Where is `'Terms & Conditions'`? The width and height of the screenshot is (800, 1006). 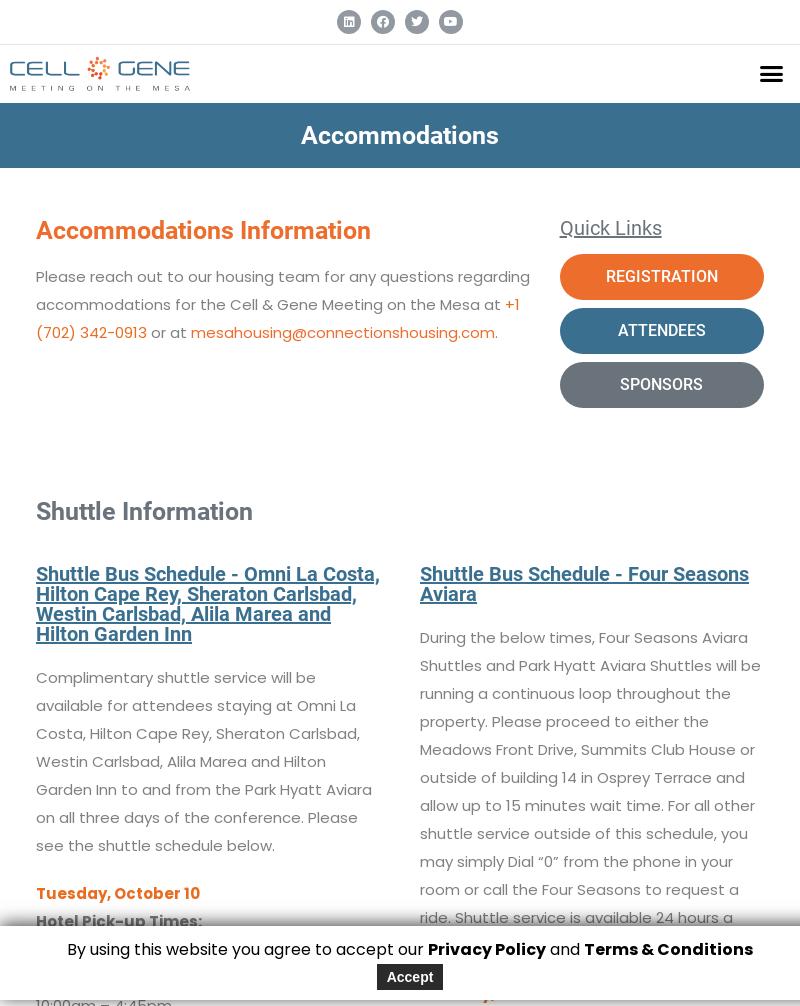 'Terms & Conditions' is located at coordinates (583, 948).